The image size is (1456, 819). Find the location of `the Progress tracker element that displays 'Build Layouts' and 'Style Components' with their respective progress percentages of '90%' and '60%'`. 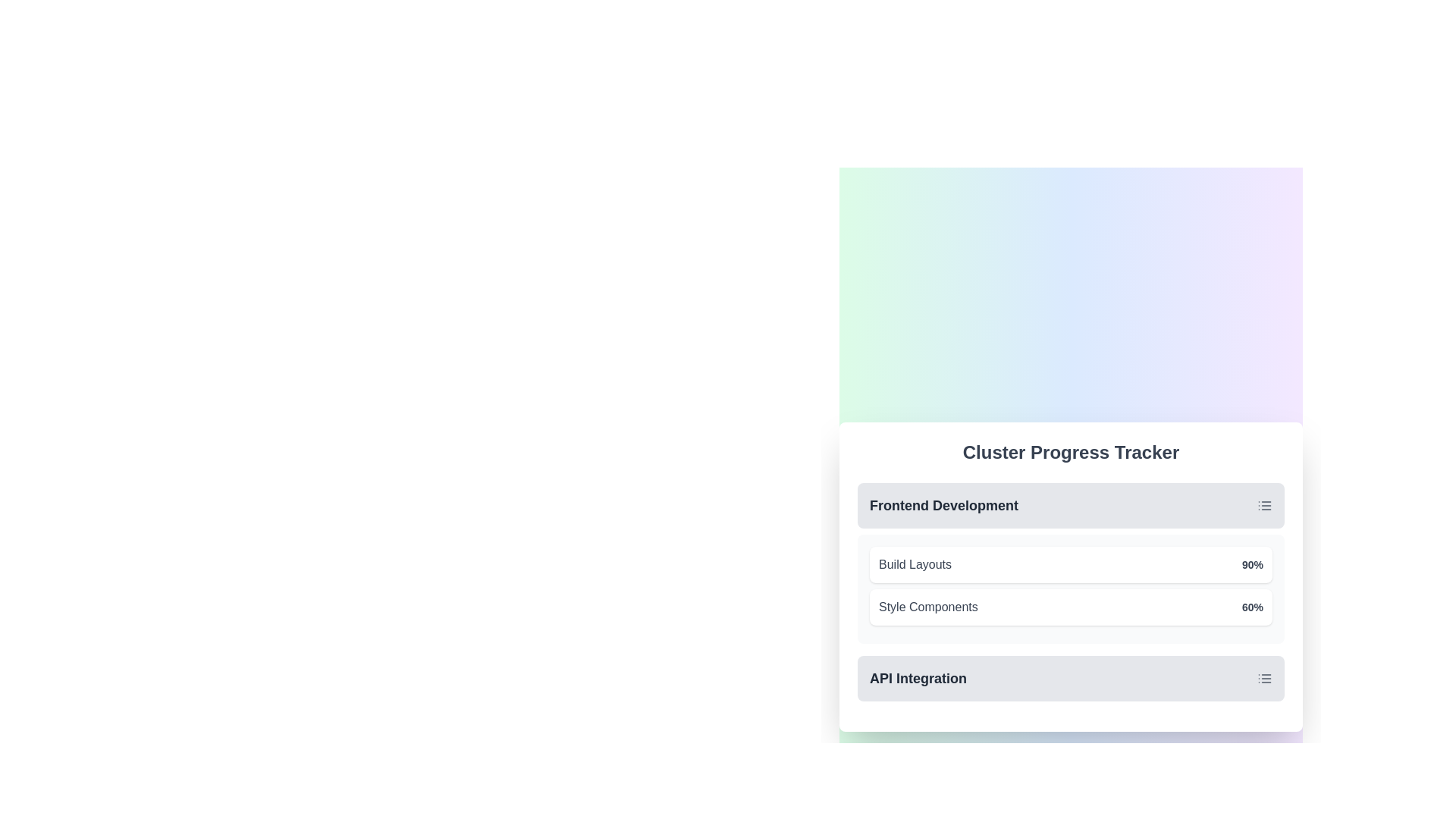

the Progress tracker element that displays 'Build Layouts' and 'Style Components' with their respective progress percentages of '90%' and '60%' is located at coordinates (1070, 588).